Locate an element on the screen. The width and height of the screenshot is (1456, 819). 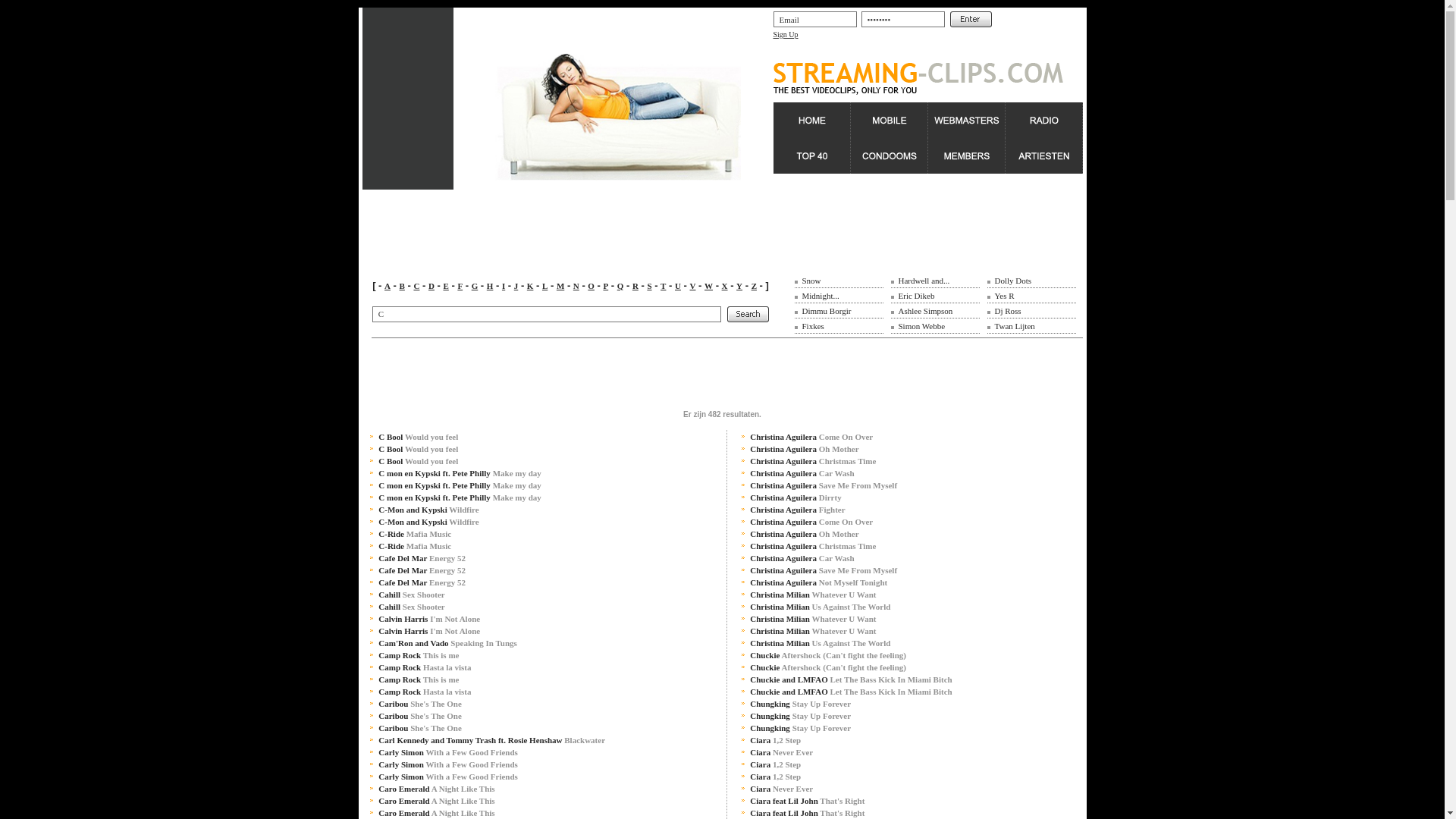
'B' is located at coordinates (402, 286).